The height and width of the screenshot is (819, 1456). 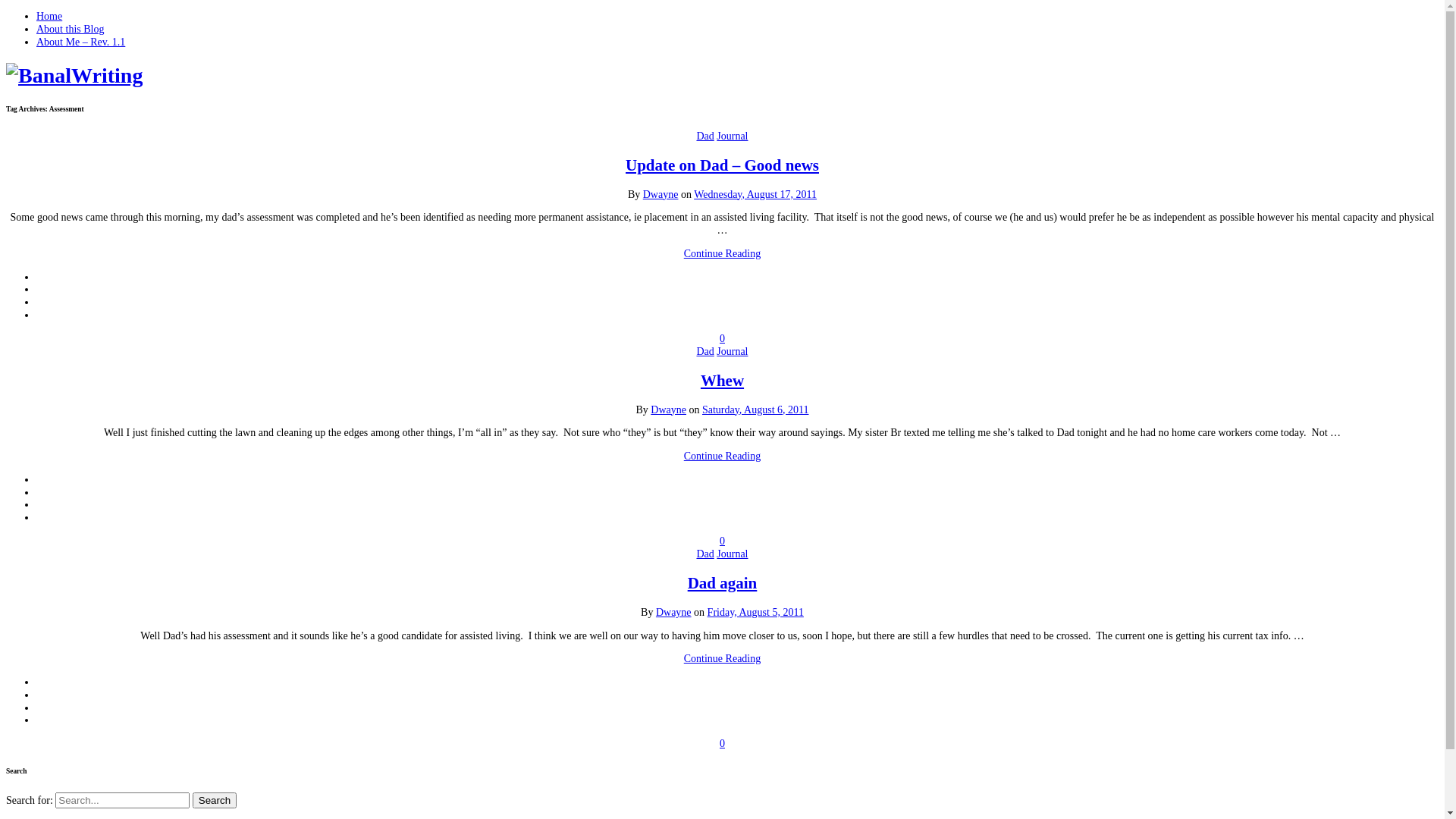 What do you see at coordinates (693, 193) in the screenshot?
I see `'Wednesday, August 17, 2011'` at bounding box center [693, 193].